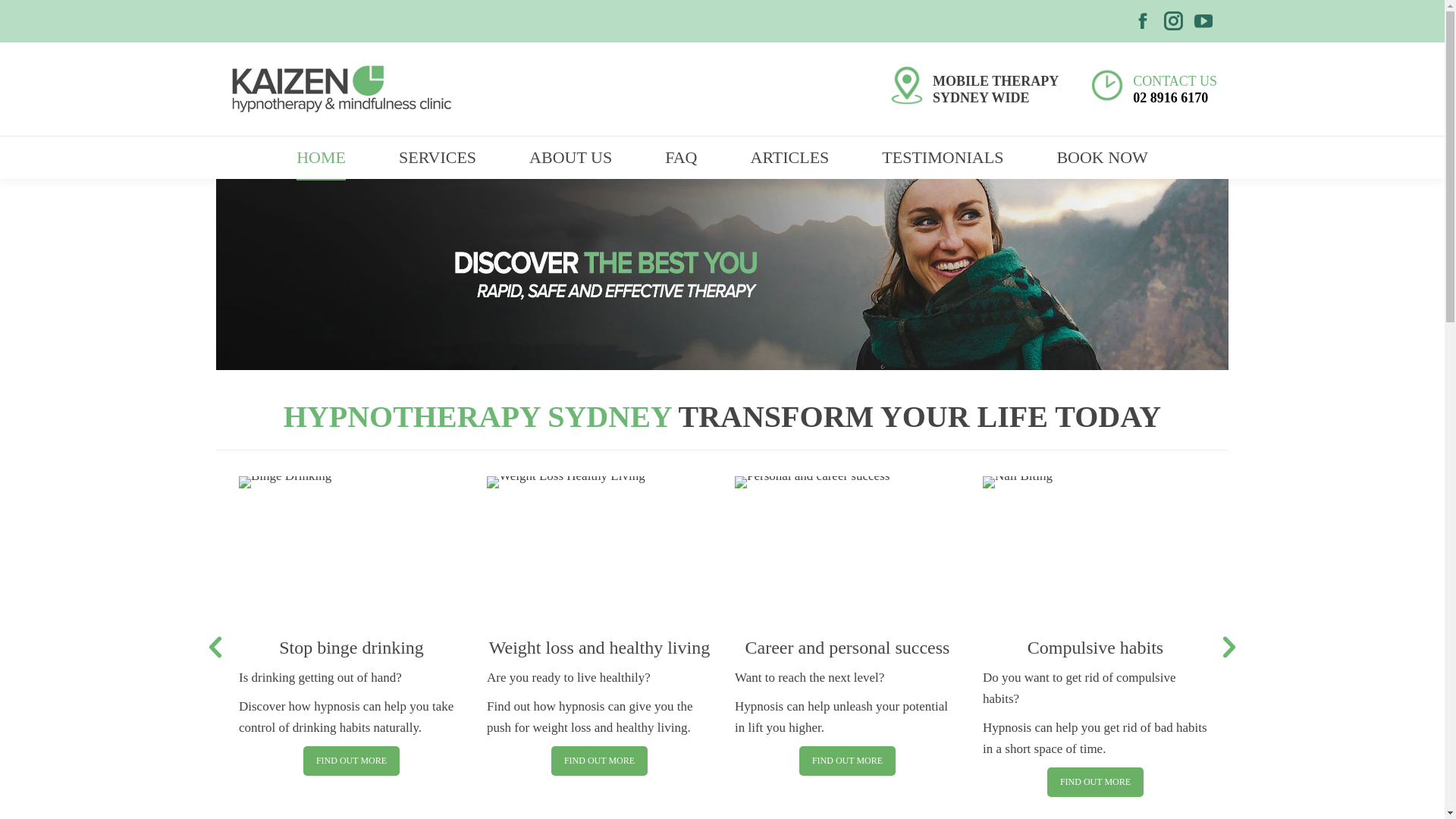 The width and height of the screenshot is (1456, 819). What do you see at coordinates (570, 158) in the screenshot?
I see `'ABOUT US'` at bounding box center [570, 158].